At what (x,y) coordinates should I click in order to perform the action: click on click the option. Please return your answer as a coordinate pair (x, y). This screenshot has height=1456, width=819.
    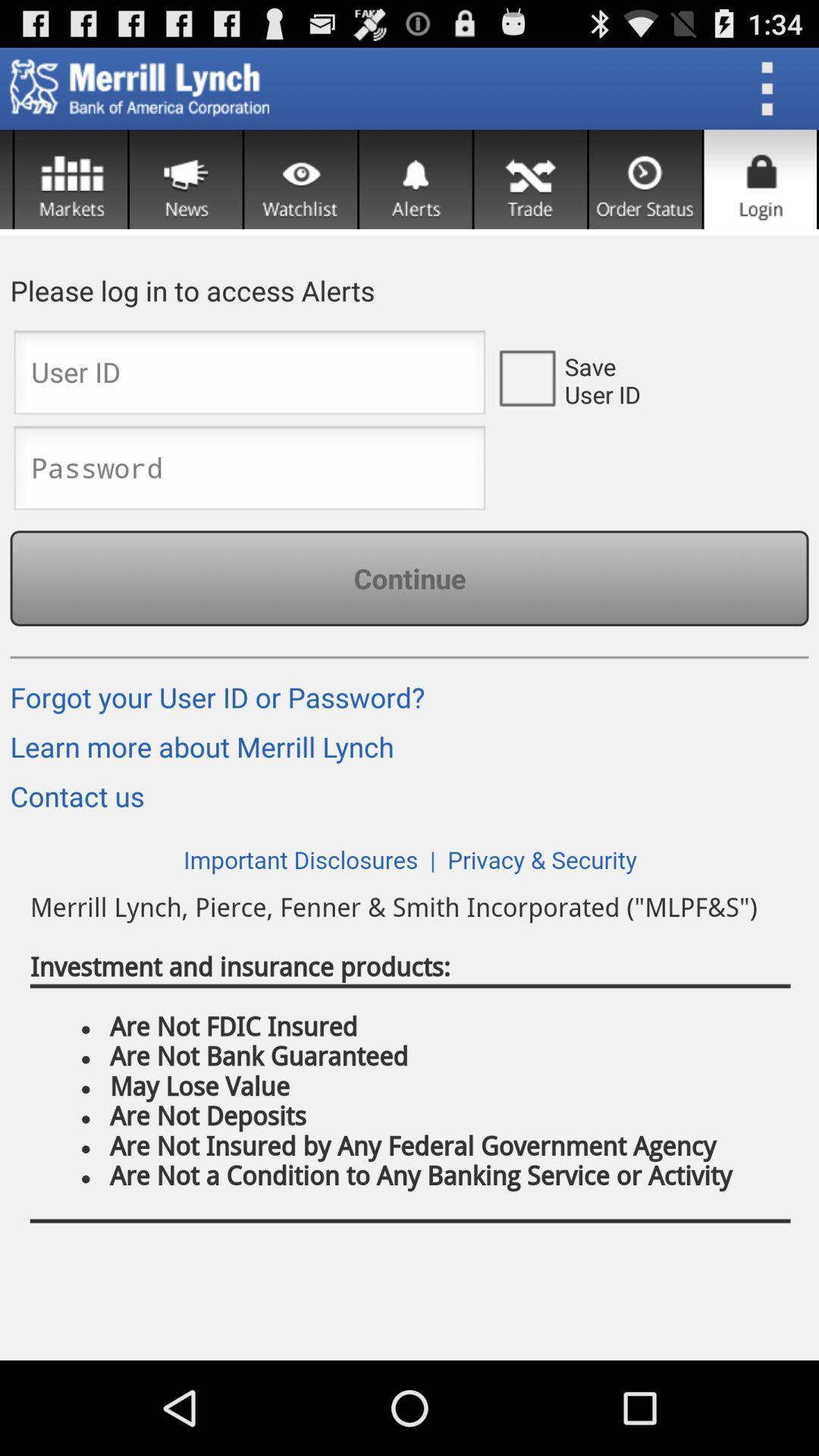
    Looking at the image, I should click on (526, 377).